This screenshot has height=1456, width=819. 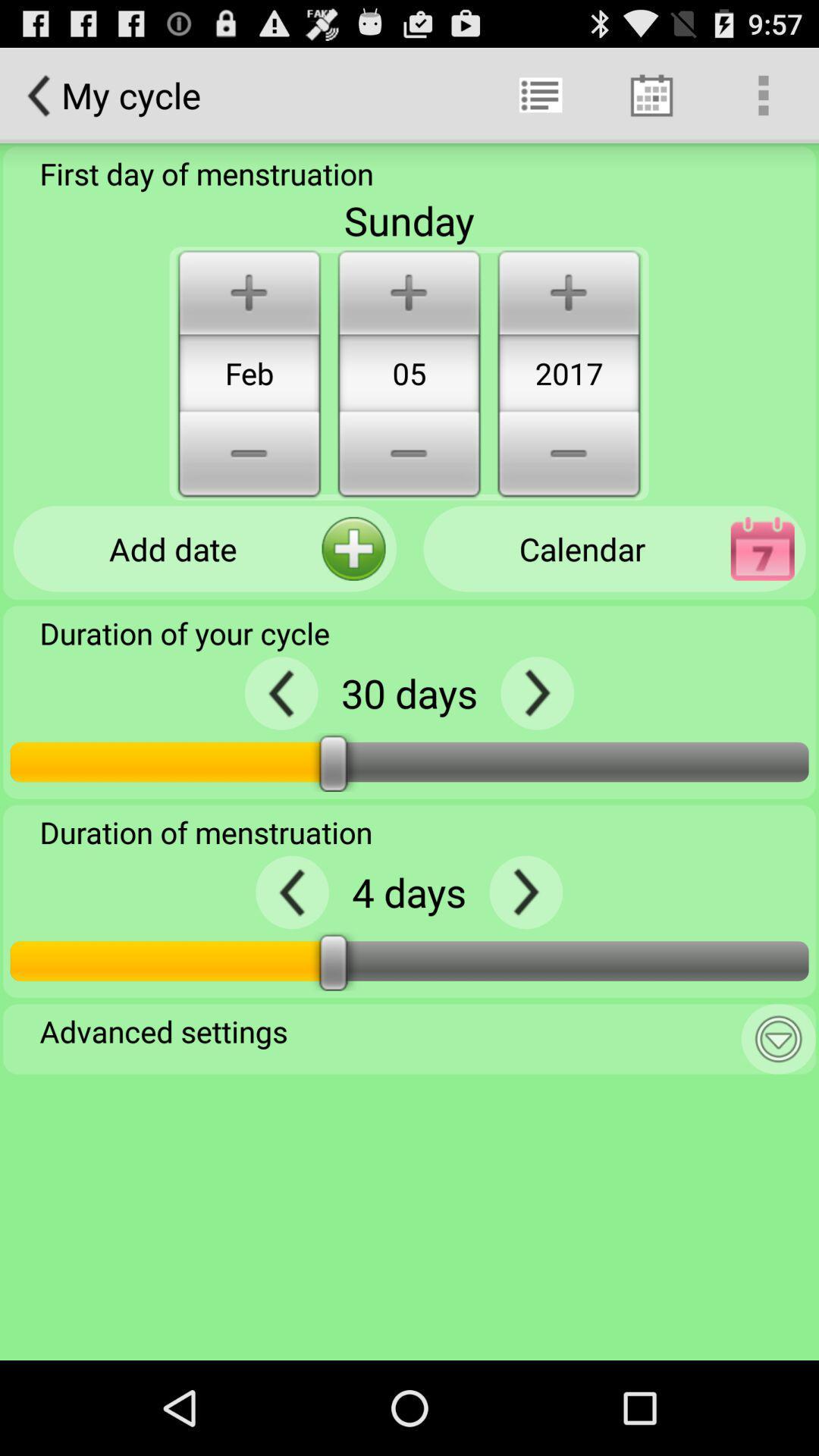 What do you see at coordinates (281, 742) in the screenshot?
I see `the arrow_backward icon` at bounding box center [281, 742].